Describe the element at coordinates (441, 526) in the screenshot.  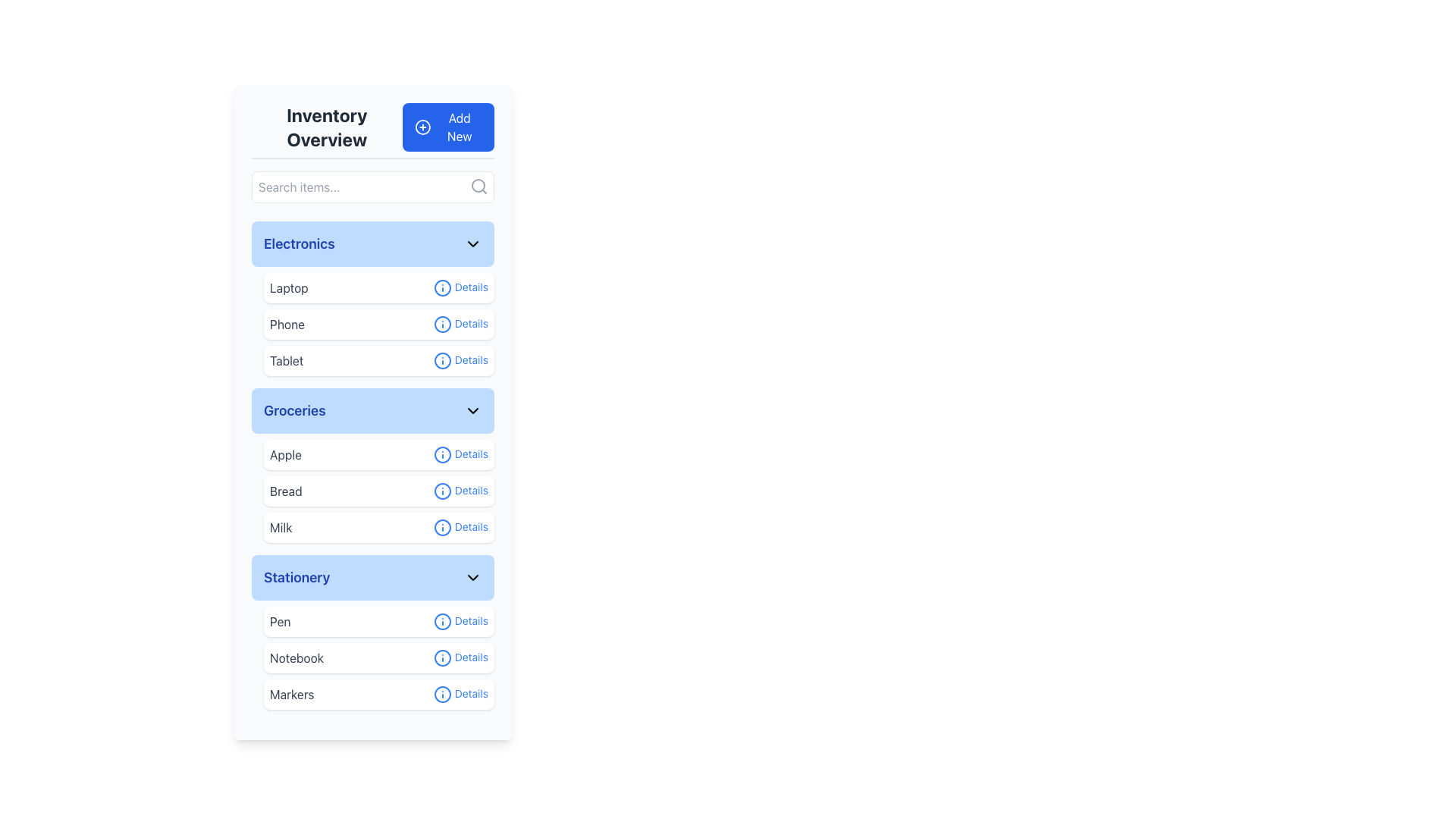
I see `the circular blue outlined icon resembling an information symbol located in the 'Groceries' section next to the 'Details' text label aligned with the 'Milk' item entry` at that location.